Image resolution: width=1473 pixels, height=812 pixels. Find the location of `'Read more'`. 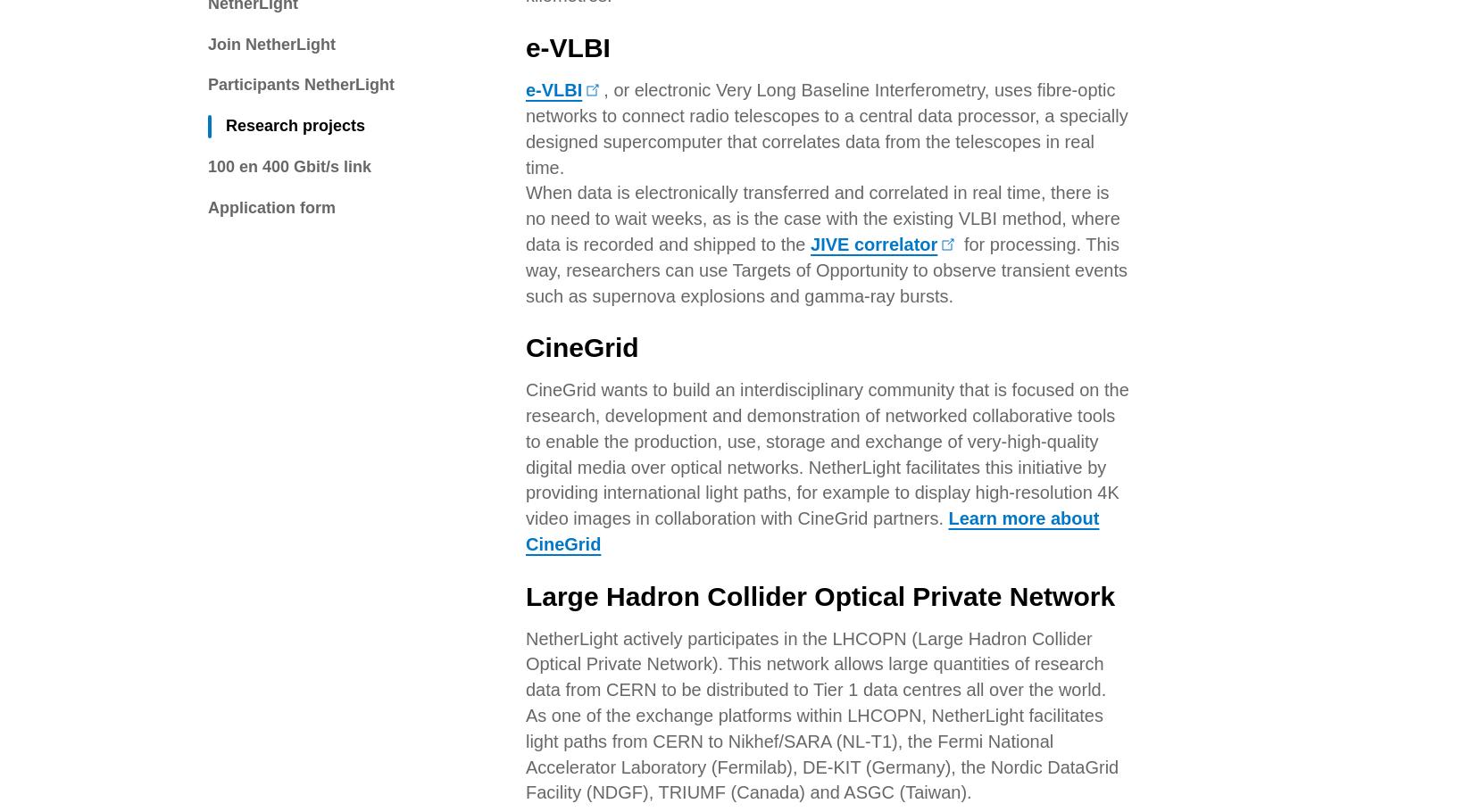

'Read more' is located at coordinates (479, 413).